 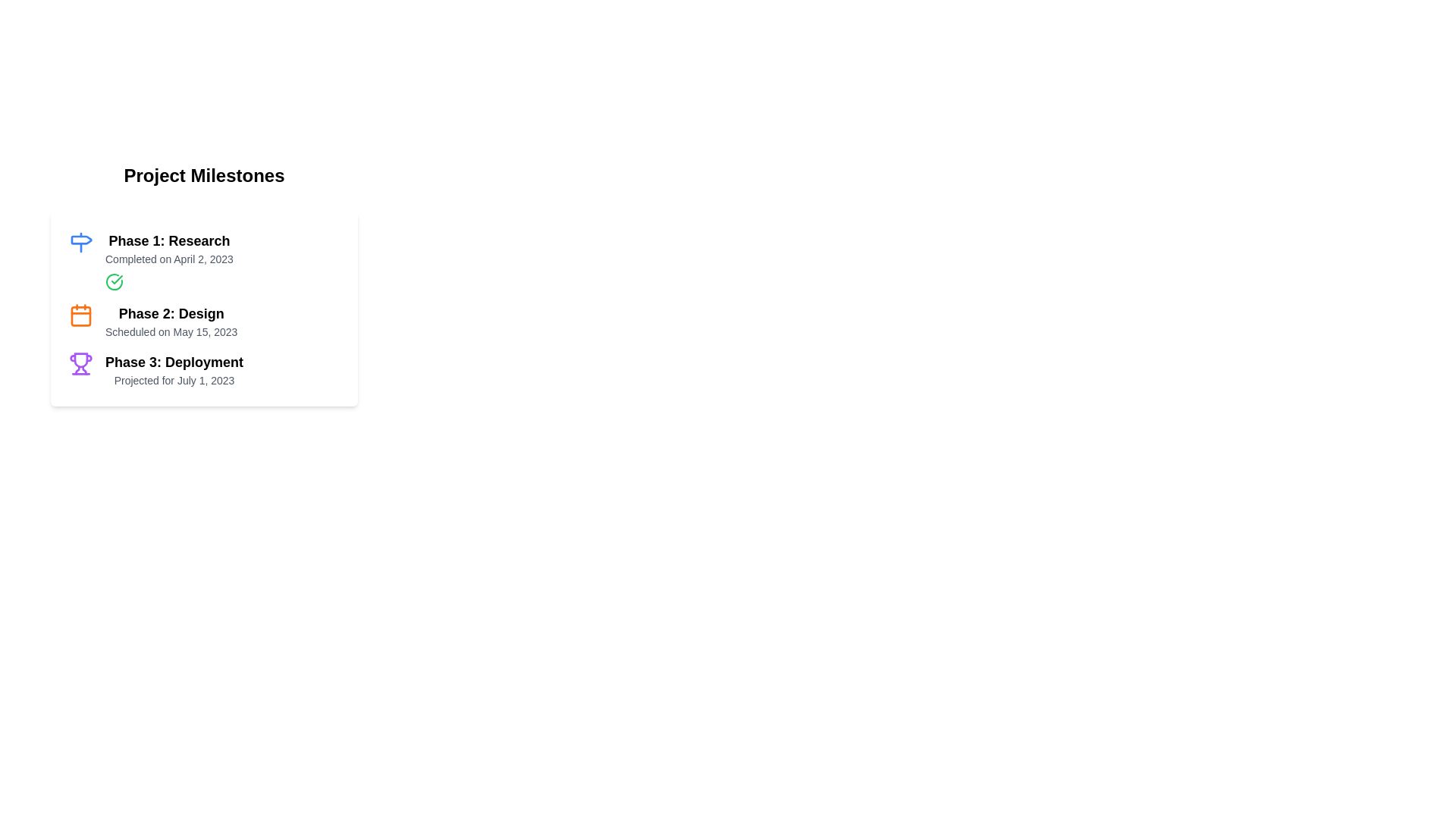 What do you see at coordinates (171, 312) in the screenshot?
I see `the static text element indicating 'Phase 2: Design', which serves as a project milestone title located in the 'Project Milestones' section` at bounding box center [171, 312].